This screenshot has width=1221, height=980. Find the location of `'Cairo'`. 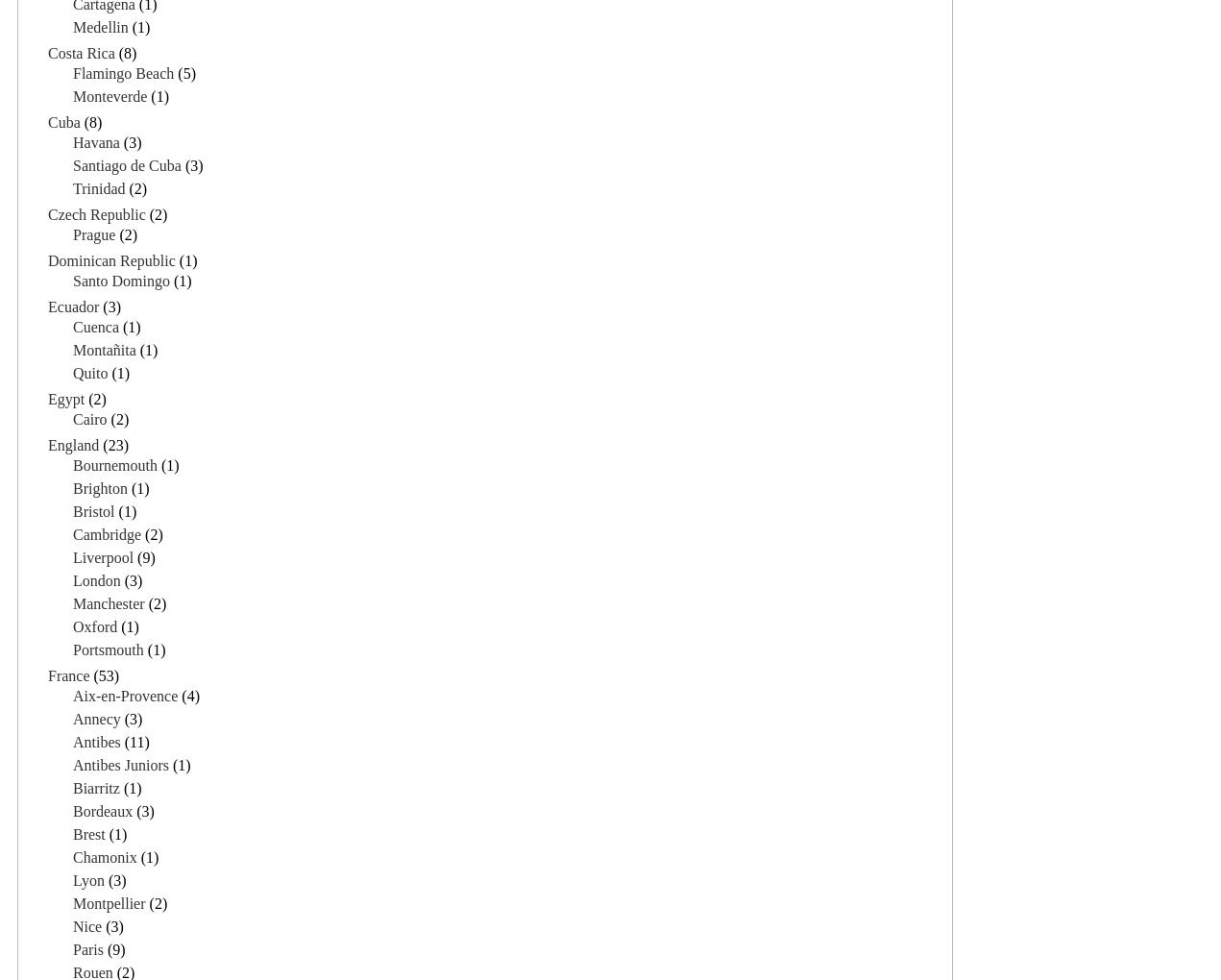

'Cairo' is located at coordinates (89, 417).